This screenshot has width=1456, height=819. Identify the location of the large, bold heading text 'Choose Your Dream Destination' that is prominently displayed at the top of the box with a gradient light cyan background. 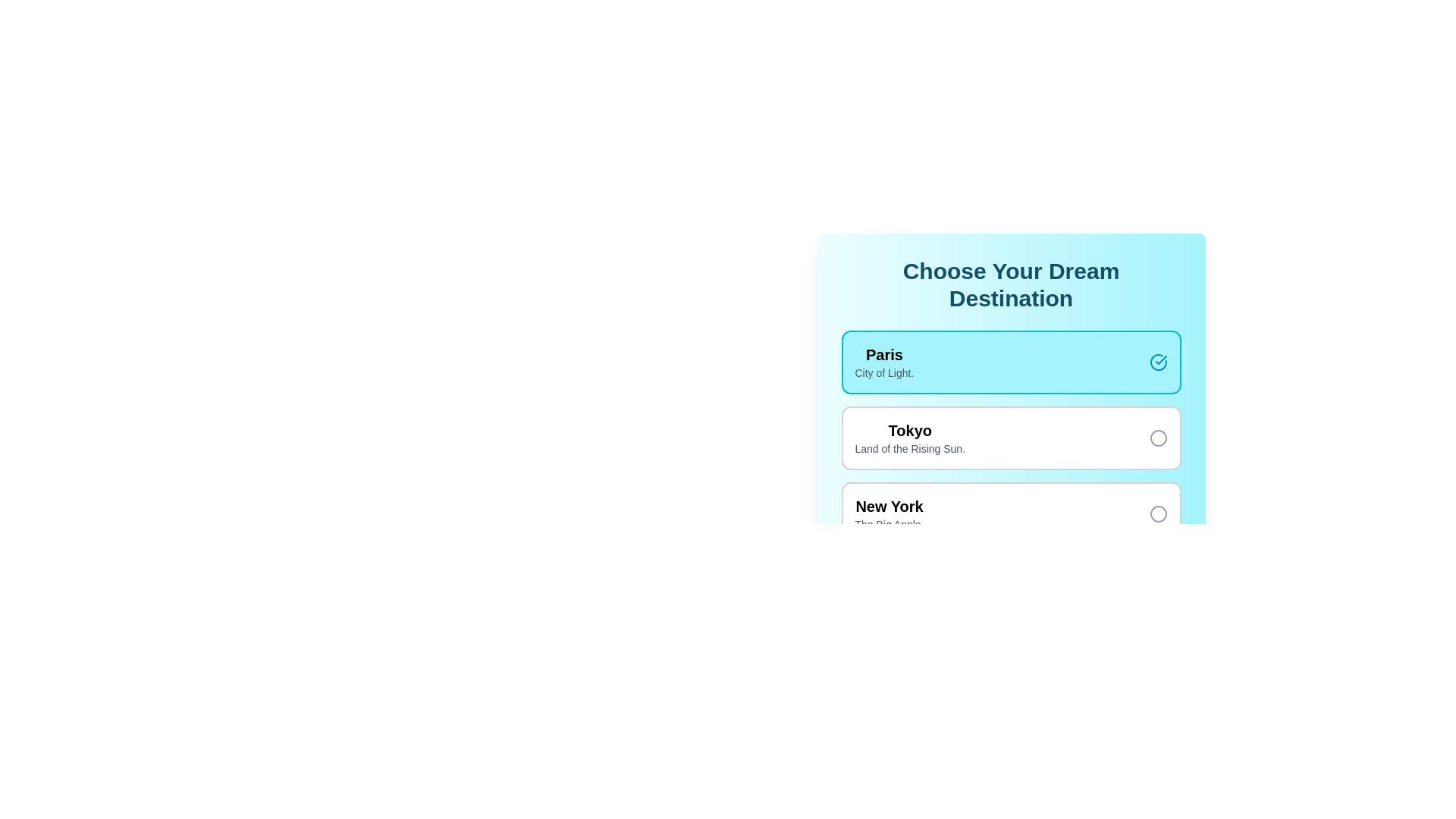
(1011, 284).